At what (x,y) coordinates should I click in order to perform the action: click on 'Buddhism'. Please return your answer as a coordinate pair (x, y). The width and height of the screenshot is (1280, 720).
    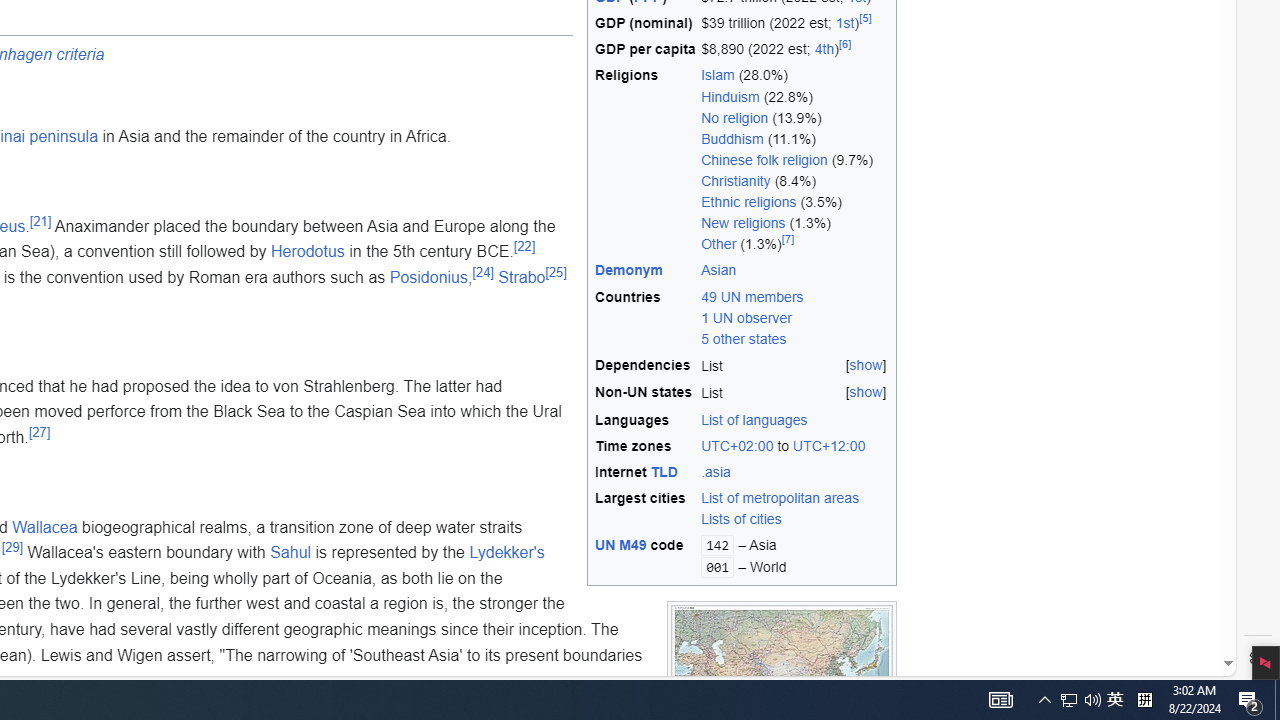
    Looking at the image, I should click on (731, 137).